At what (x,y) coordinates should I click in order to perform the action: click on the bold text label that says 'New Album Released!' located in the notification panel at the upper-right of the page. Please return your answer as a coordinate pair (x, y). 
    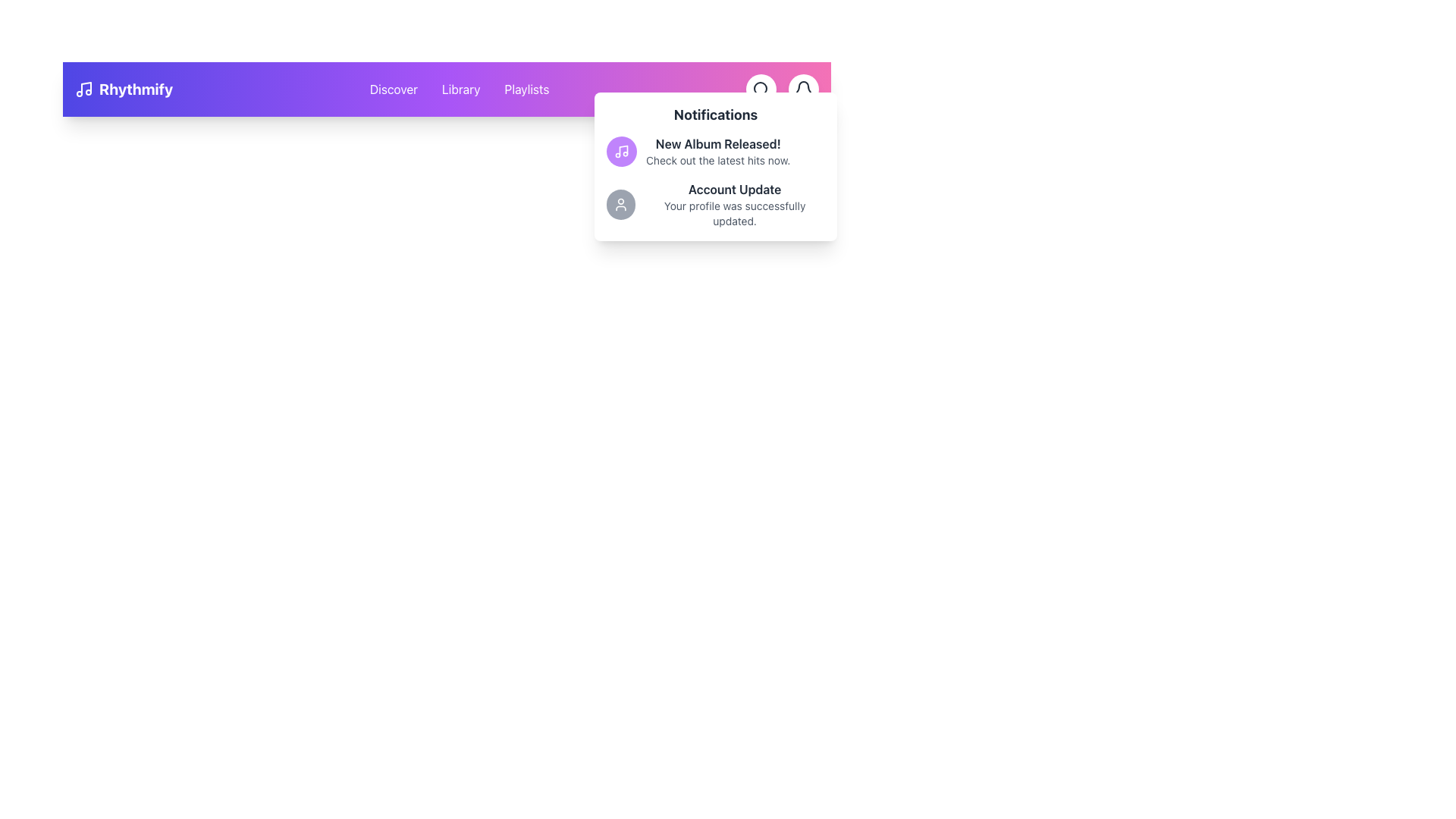
    Looking at the image, I should click on (717, 143).